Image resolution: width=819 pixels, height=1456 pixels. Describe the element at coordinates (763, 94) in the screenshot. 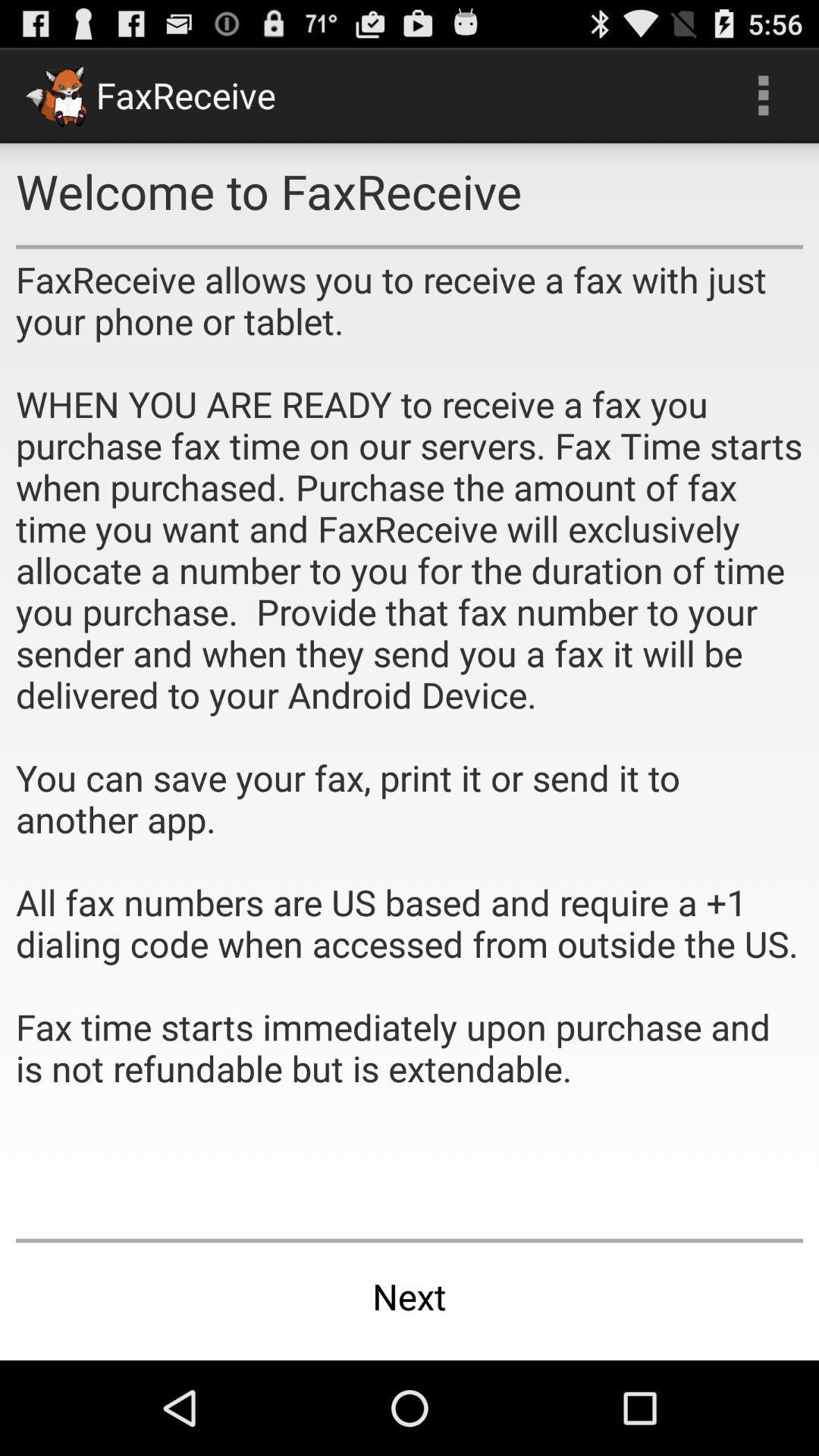

I see `the item at the top right corner` at that location.